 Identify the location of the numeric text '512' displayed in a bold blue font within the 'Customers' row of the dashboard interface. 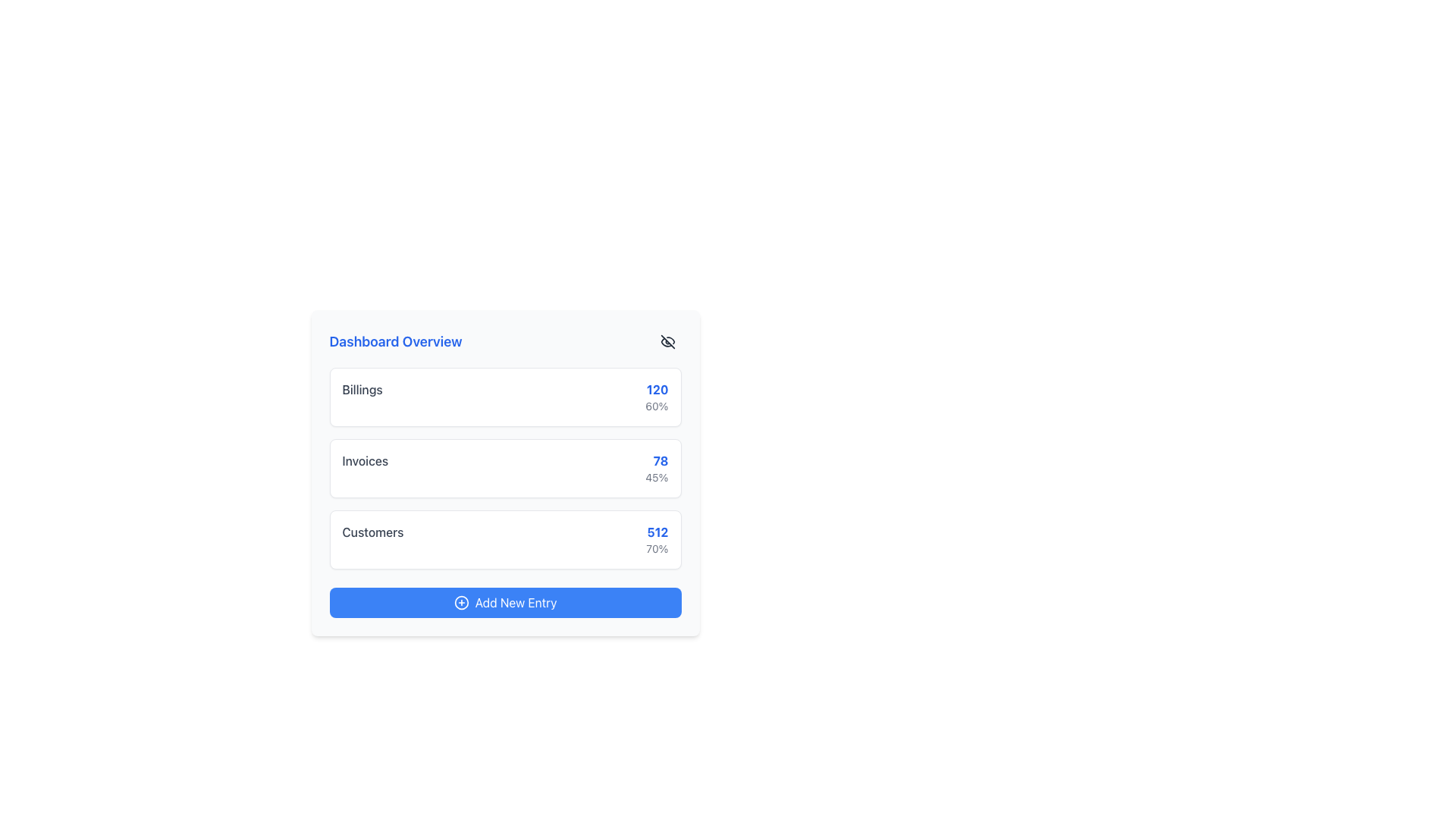
(657, 532).